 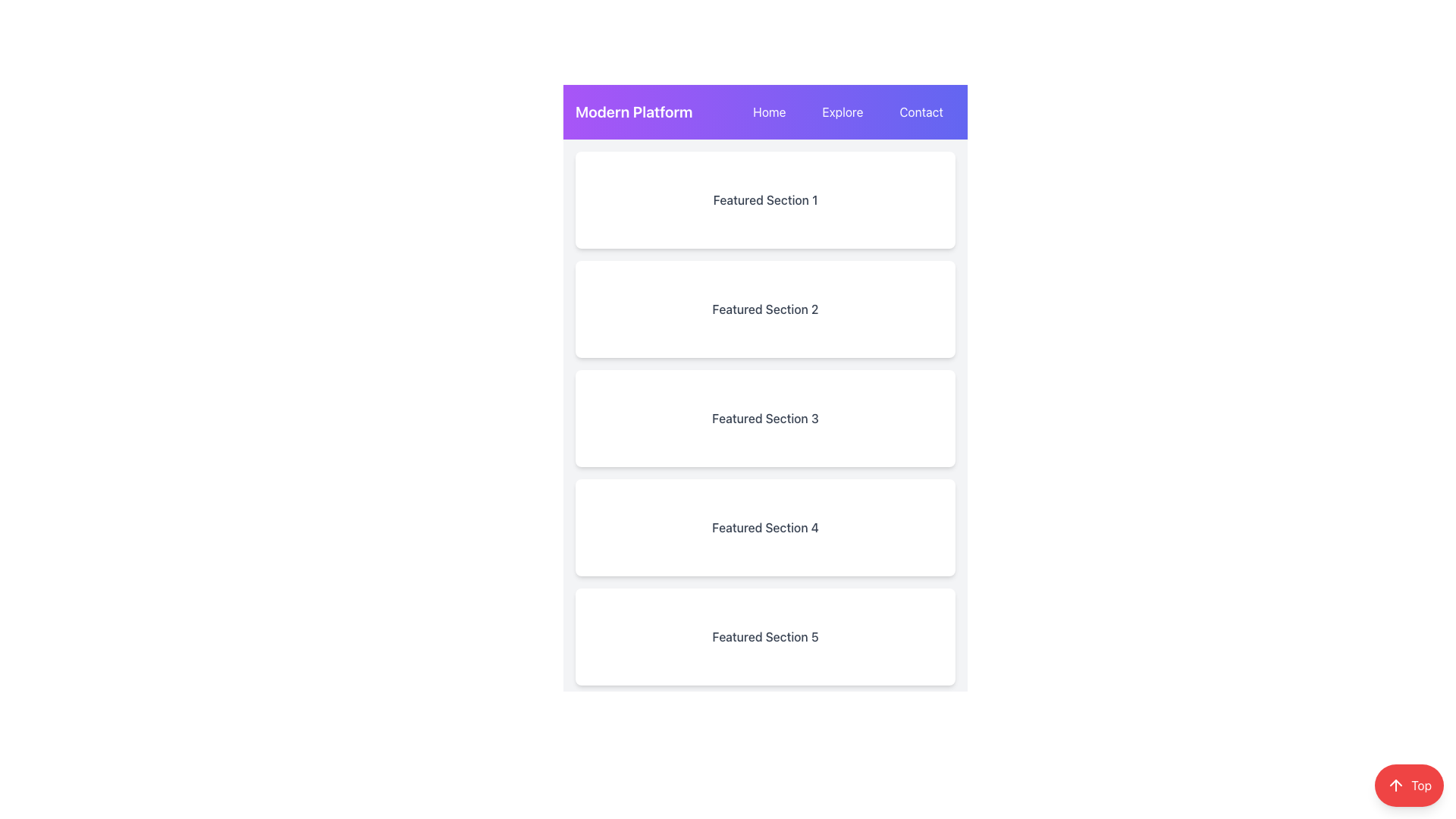 I want to click on the 'Back to Top' button located in the bottom-right corner of the interface to scroll the page back to the top, so click(x=1408, y=785).